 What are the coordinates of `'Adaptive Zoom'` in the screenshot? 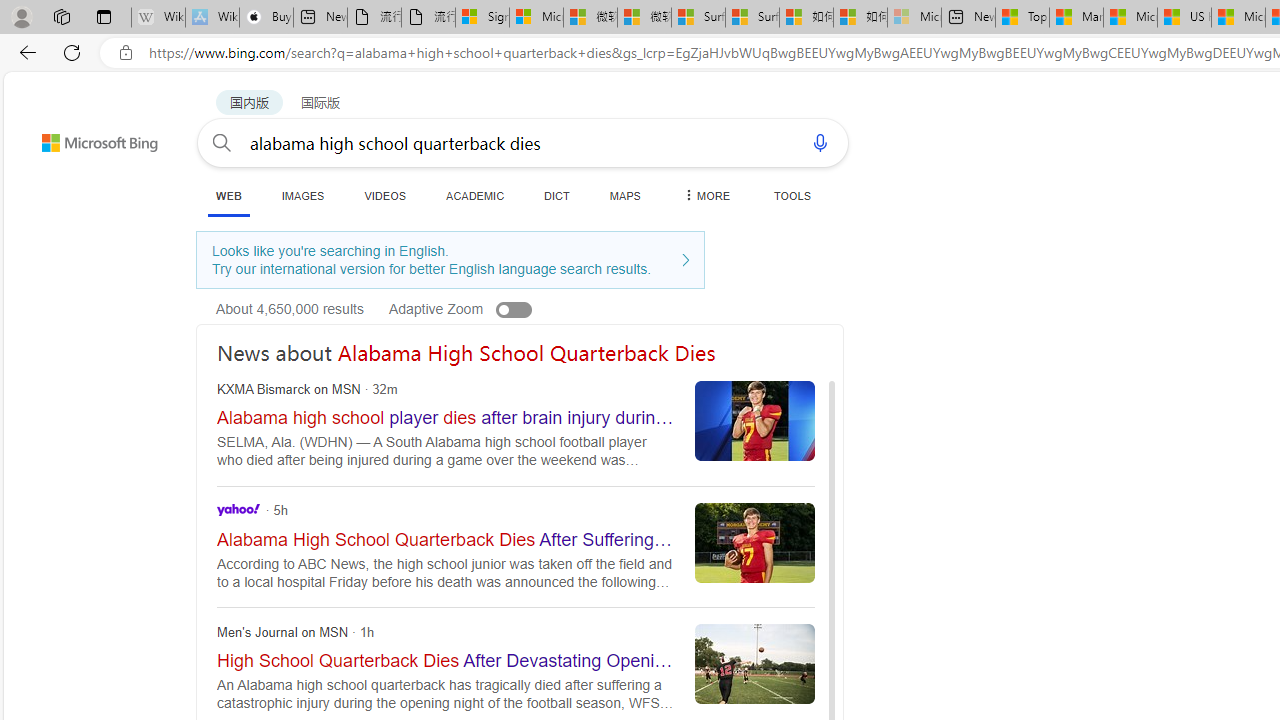 It's located at (481, 308).